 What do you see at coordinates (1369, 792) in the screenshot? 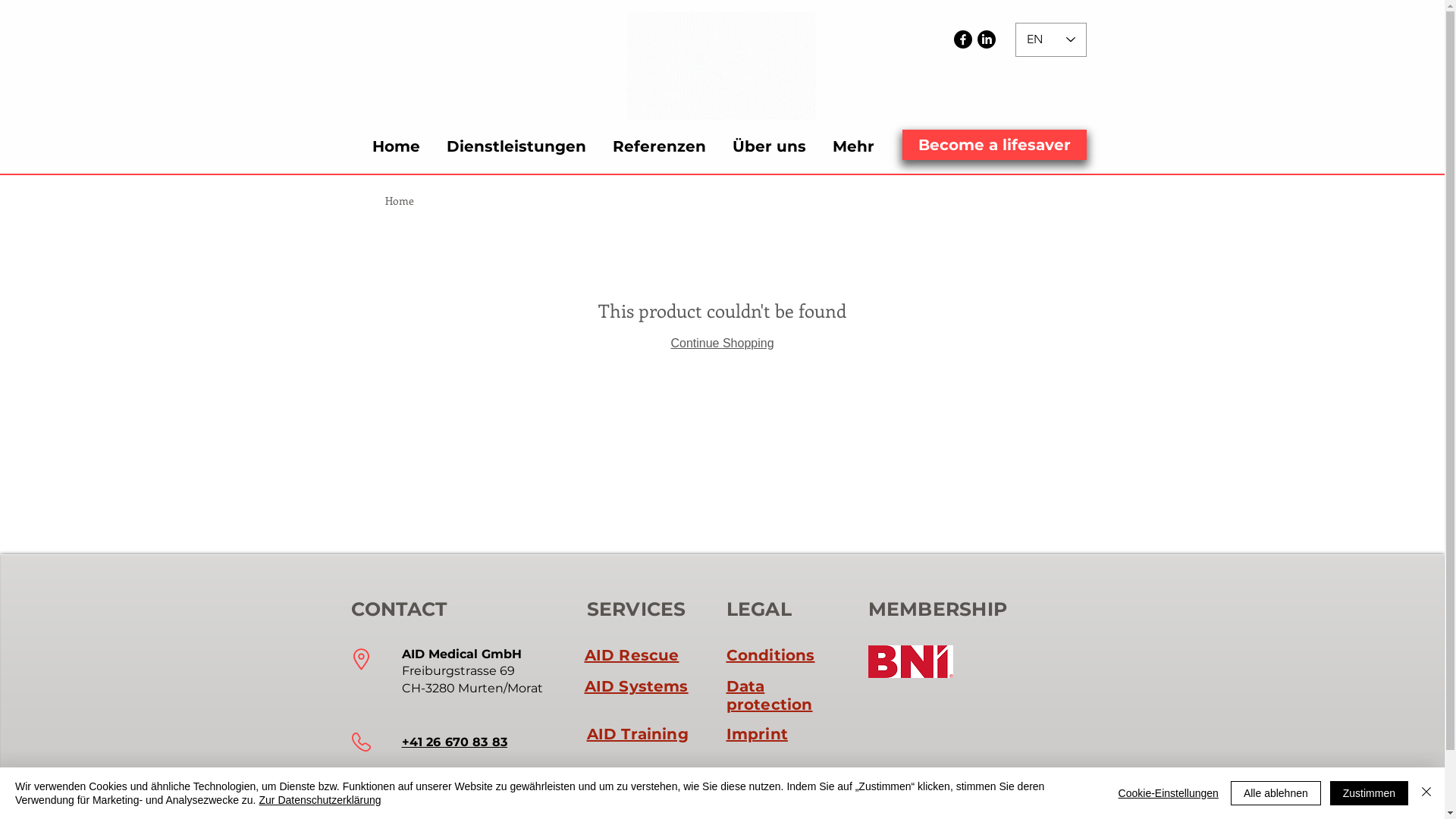
I see `'Zustimmen'` at bounding box center [1369, 792].